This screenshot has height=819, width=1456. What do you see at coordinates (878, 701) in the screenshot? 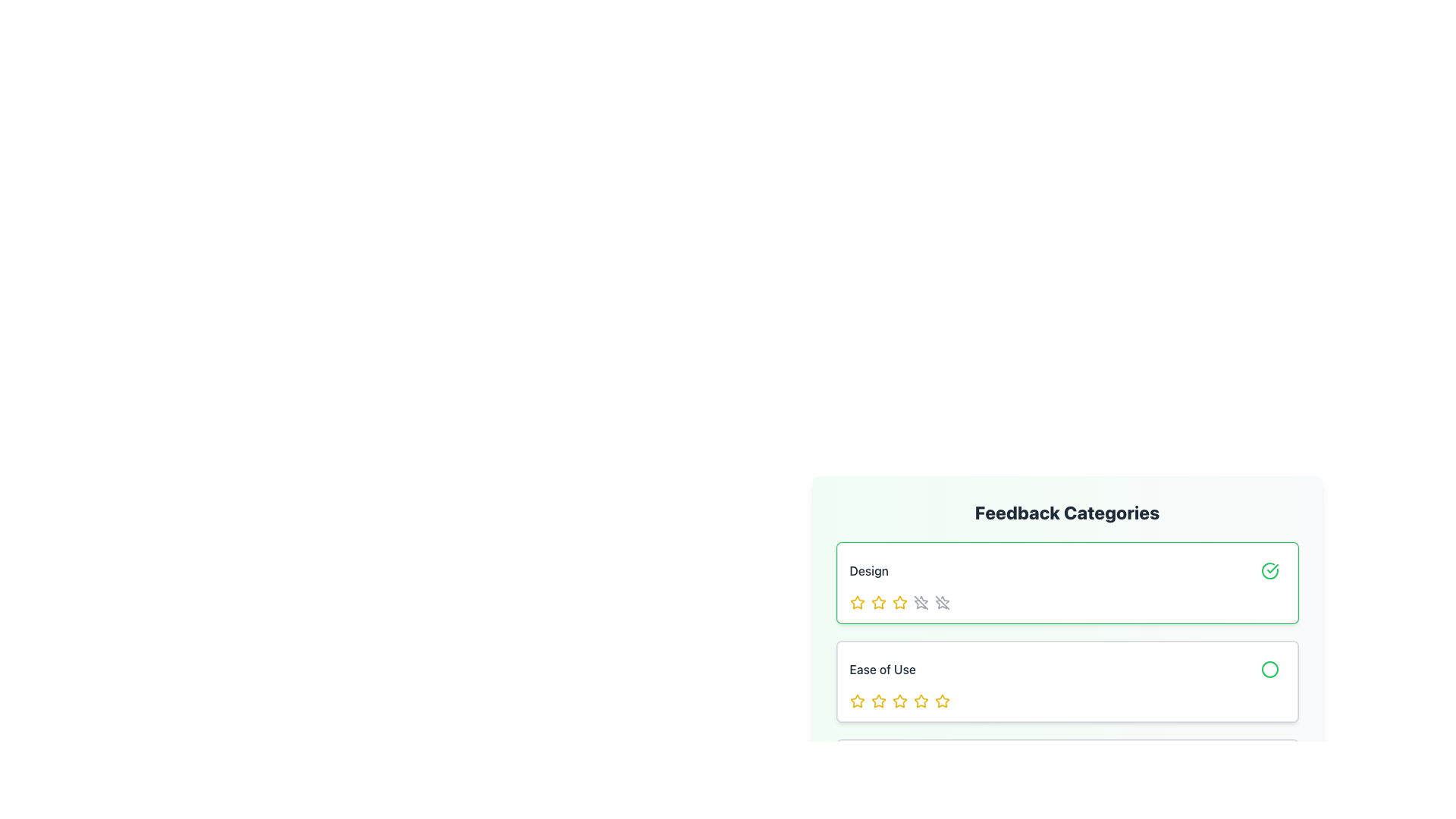
I see `the first yellow star icon in the 'Ease of Use' rating component` at bounding box center [878, 701].